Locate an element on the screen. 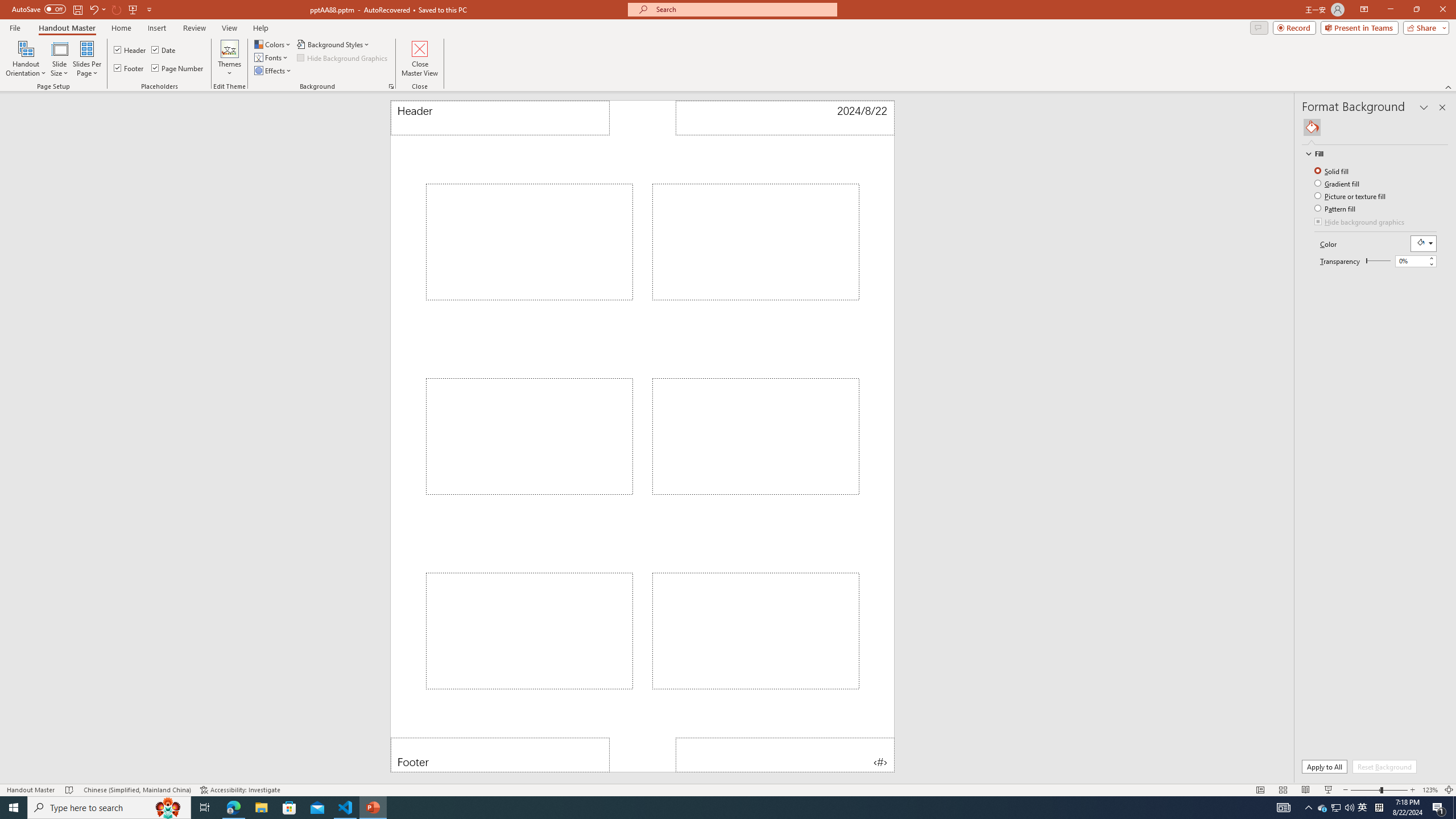 Image resolution: width=1456 pixels, height=819 pixels. 'Colors' is located at coordinates (273, 44).